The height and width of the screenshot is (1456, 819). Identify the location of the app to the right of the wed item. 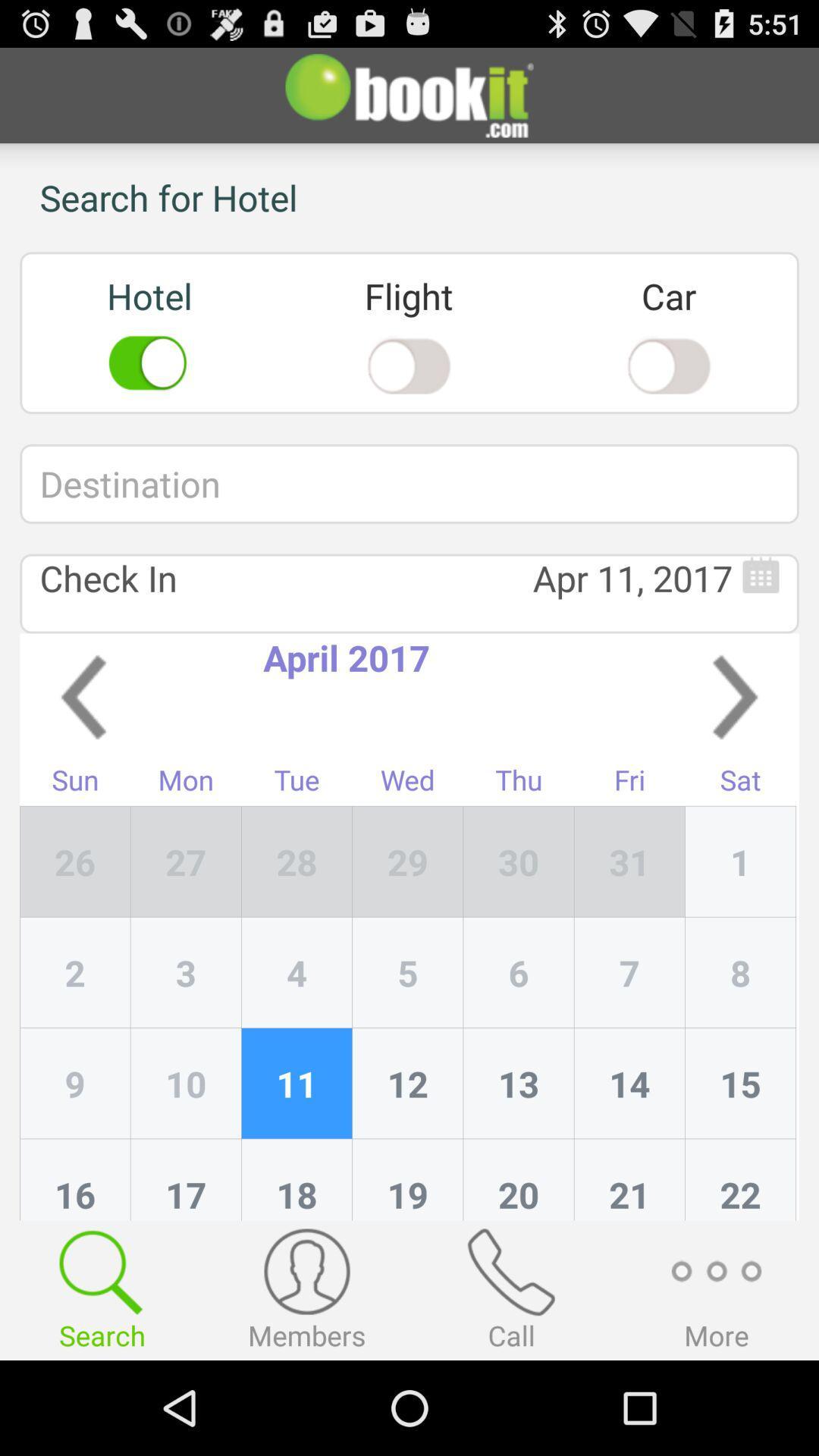
(518, 783).